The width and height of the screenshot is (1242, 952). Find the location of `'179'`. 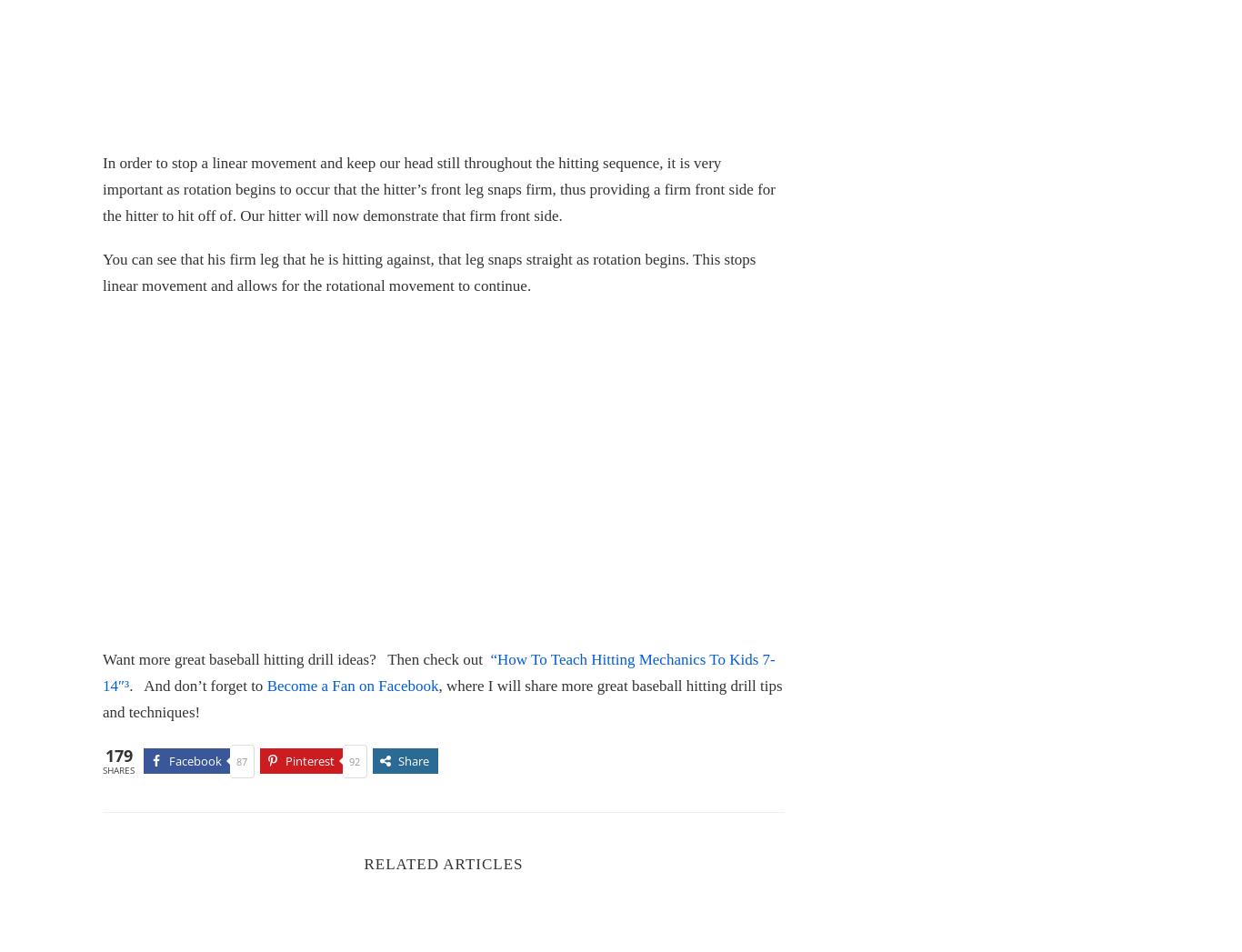

'179' is located at coordinates (117, 756).